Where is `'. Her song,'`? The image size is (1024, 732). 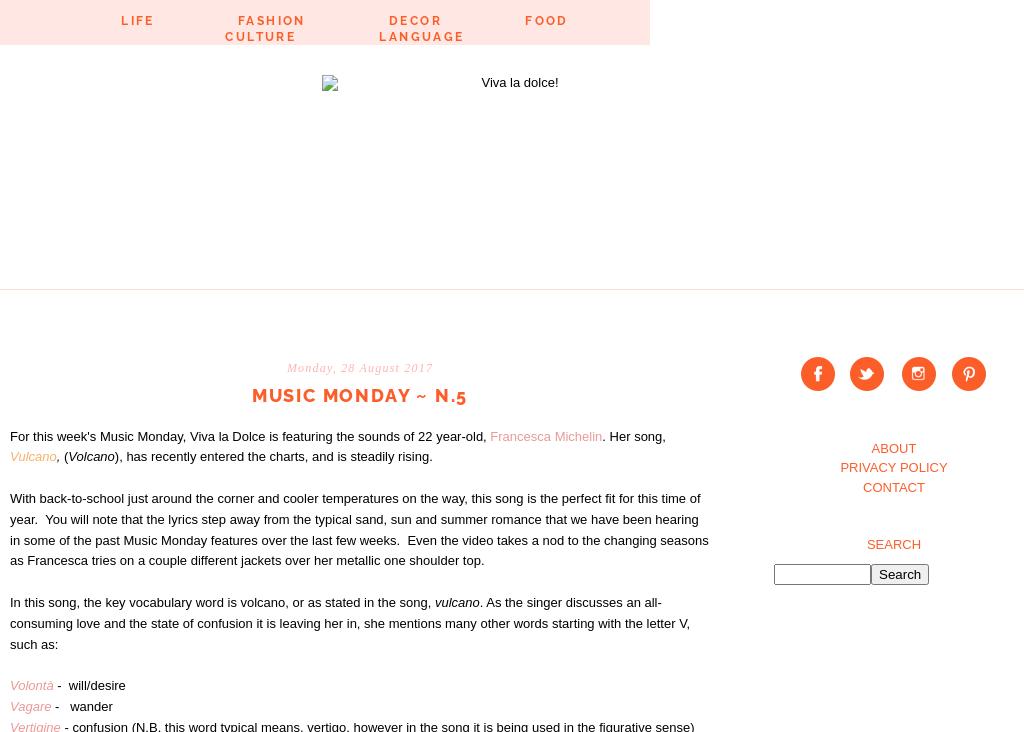 '. Her song,' is located at coordinates (602, 434).